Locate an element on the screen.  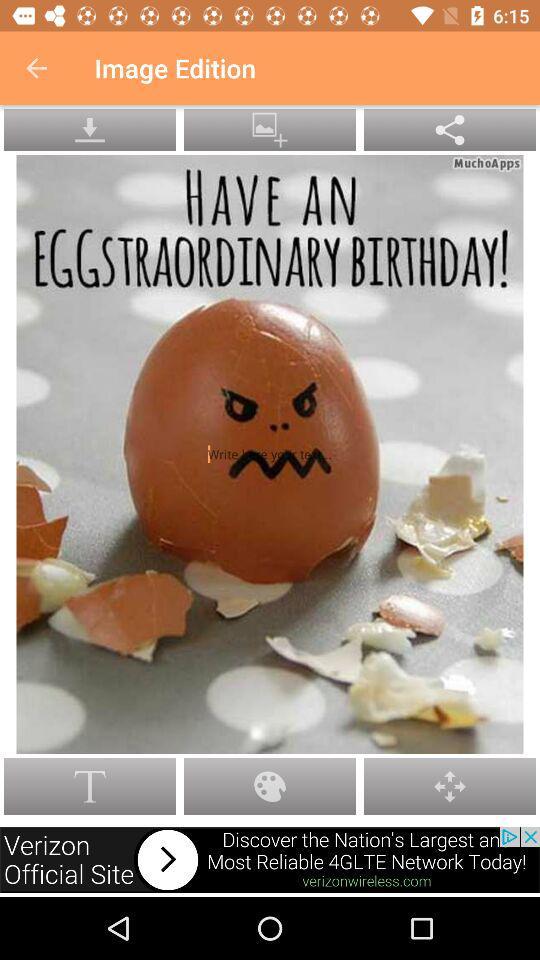
type text to display is located at coordinates (269, 454).